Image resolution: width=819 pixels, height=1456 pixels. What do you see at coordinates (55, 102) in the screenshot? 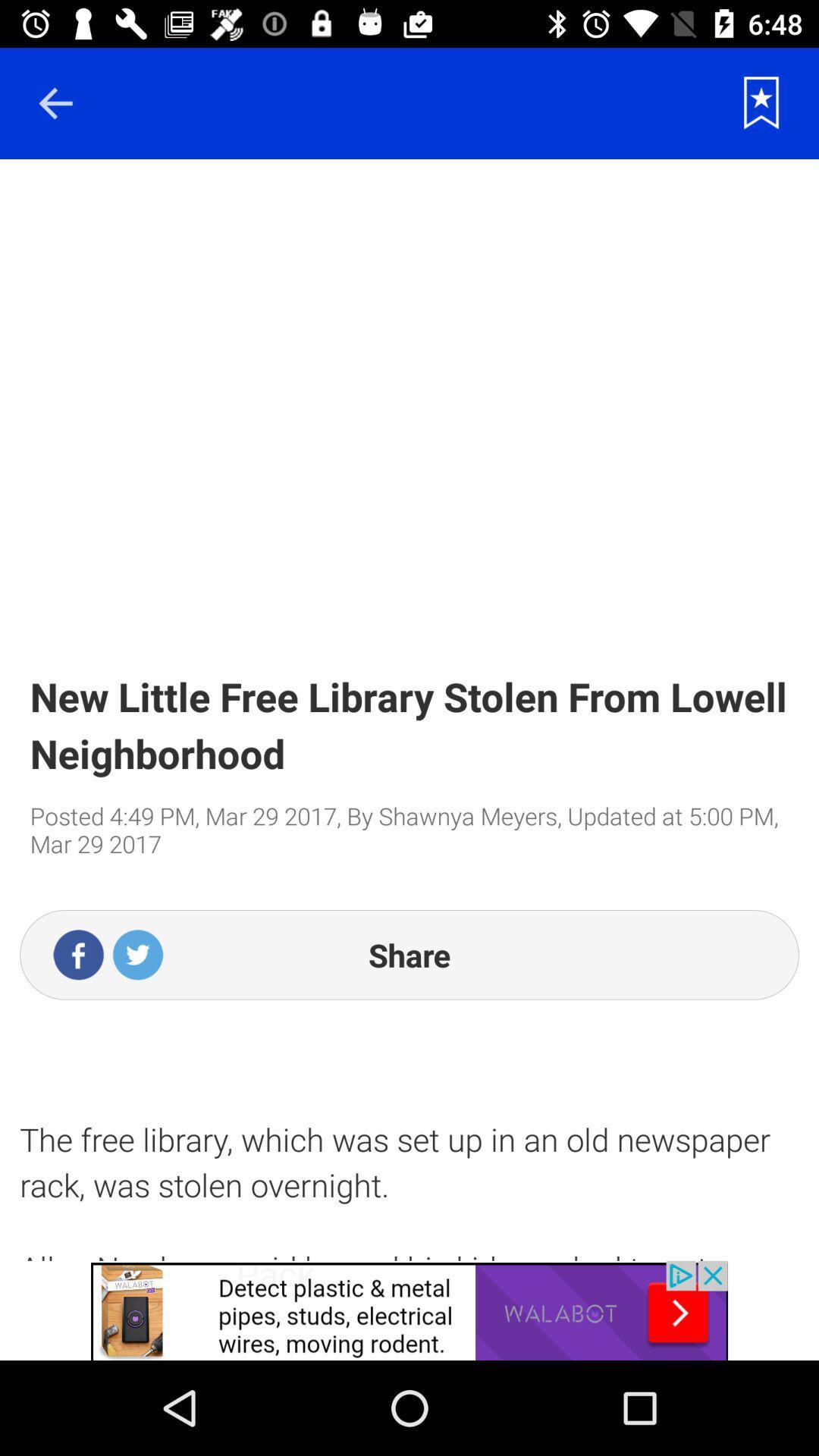
I see `the arrow_backward icon` at bounding box center [55, 102].